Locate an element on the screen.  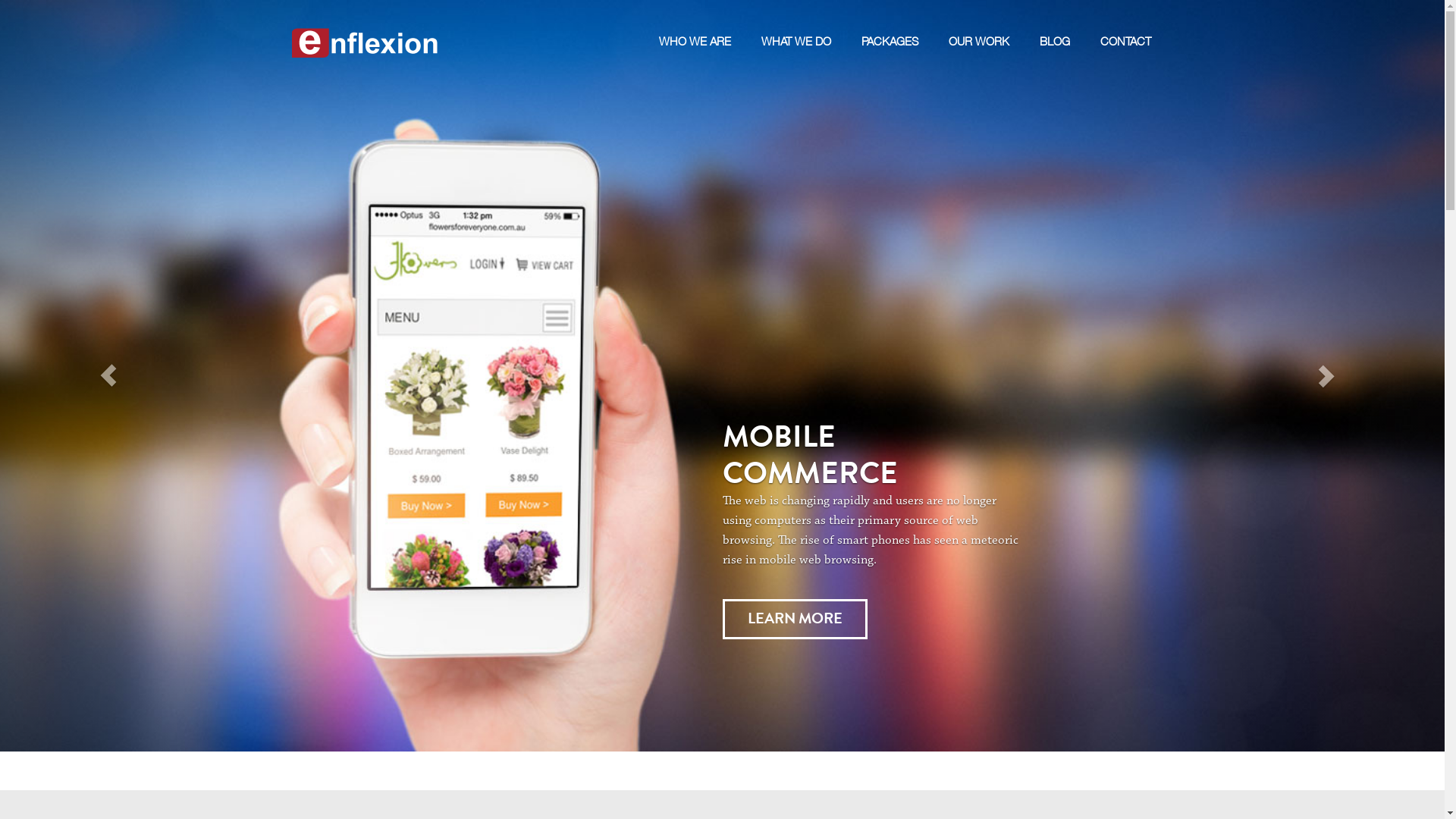
'WHO WE ARE' is located at coordinates (693, 24).